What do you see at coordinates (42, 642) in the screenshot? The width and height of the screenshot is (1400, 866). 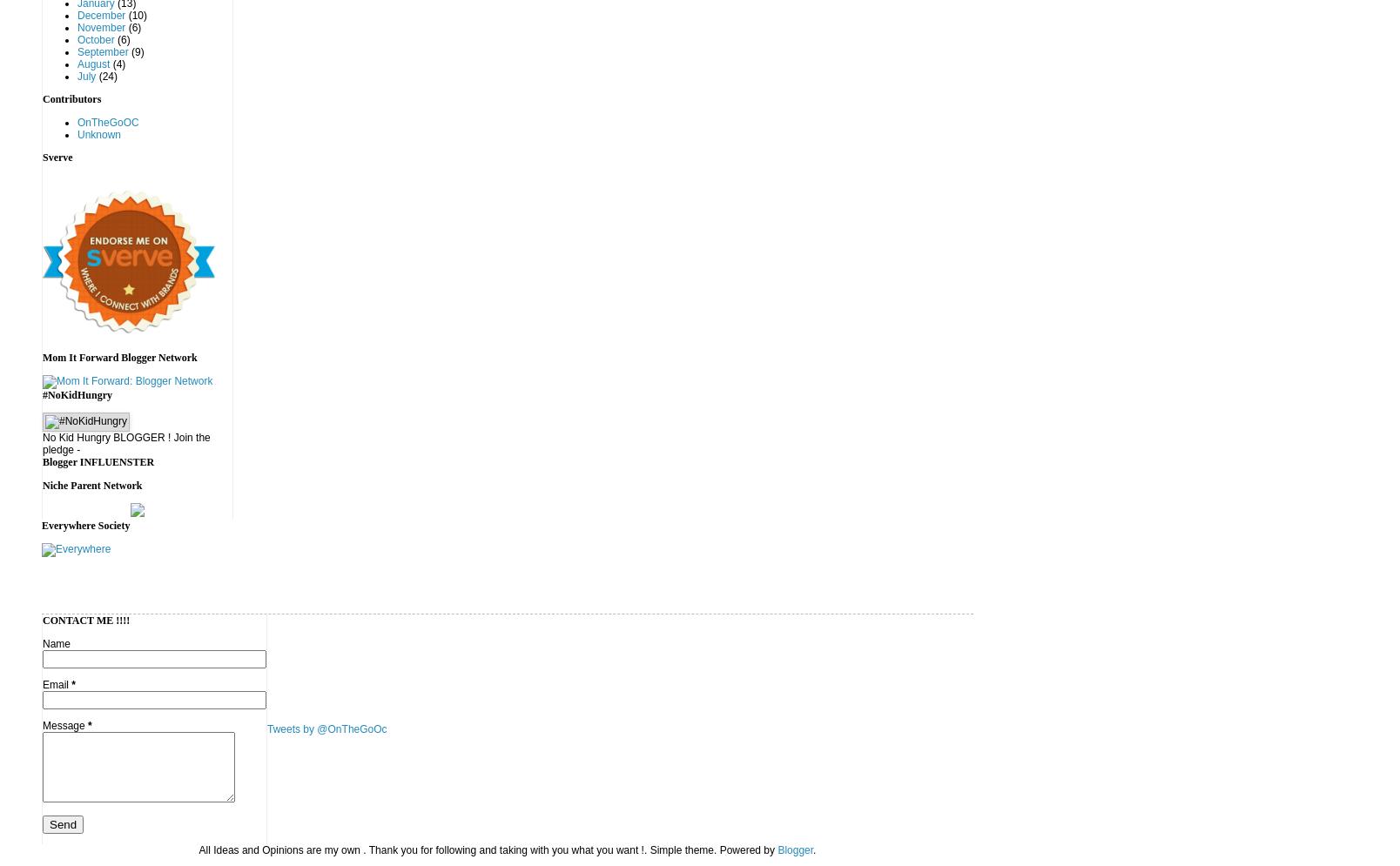 I see `'Name'` at bounding box center [42, 642].